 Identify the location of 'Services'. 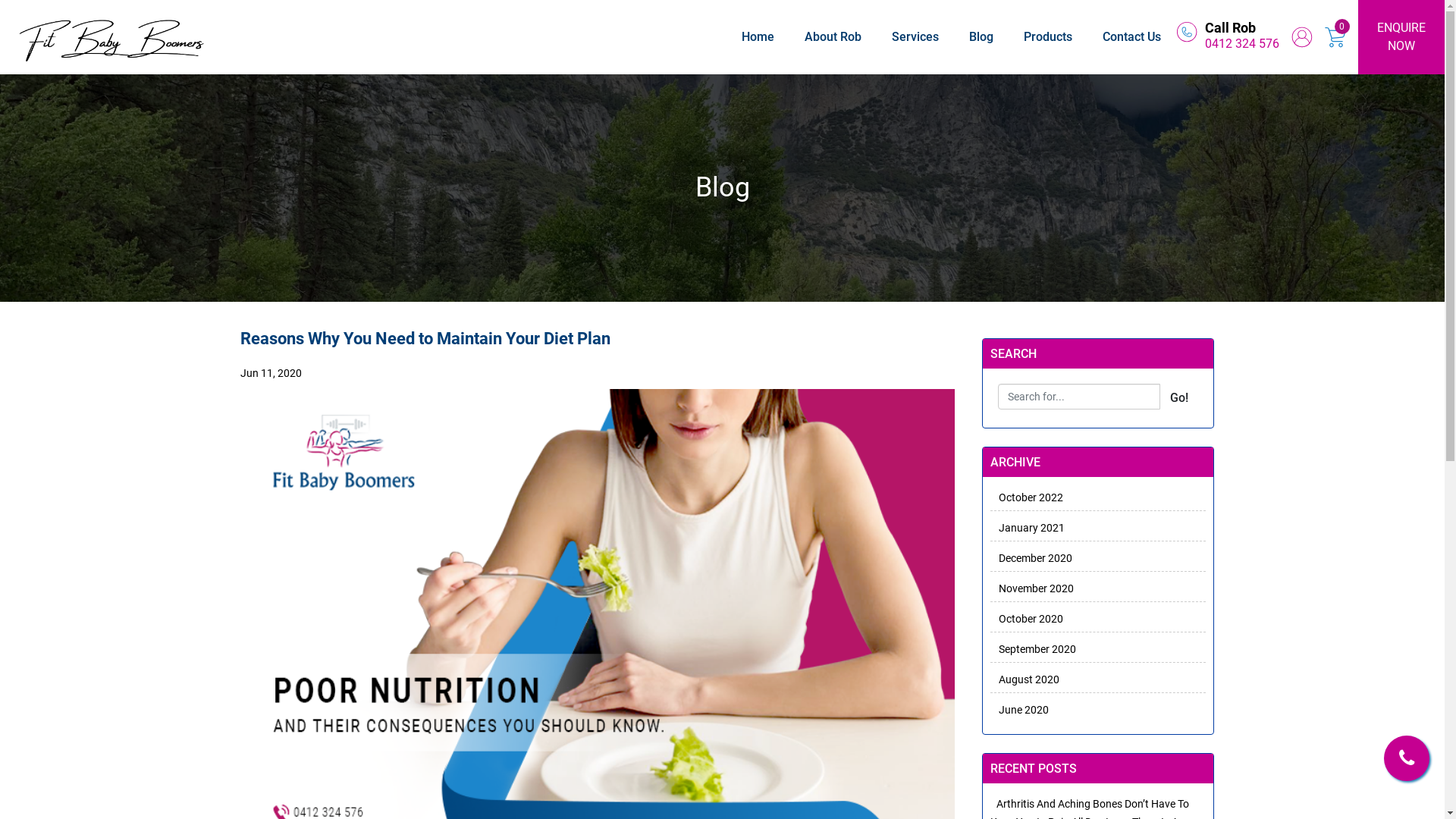
(914, 36).